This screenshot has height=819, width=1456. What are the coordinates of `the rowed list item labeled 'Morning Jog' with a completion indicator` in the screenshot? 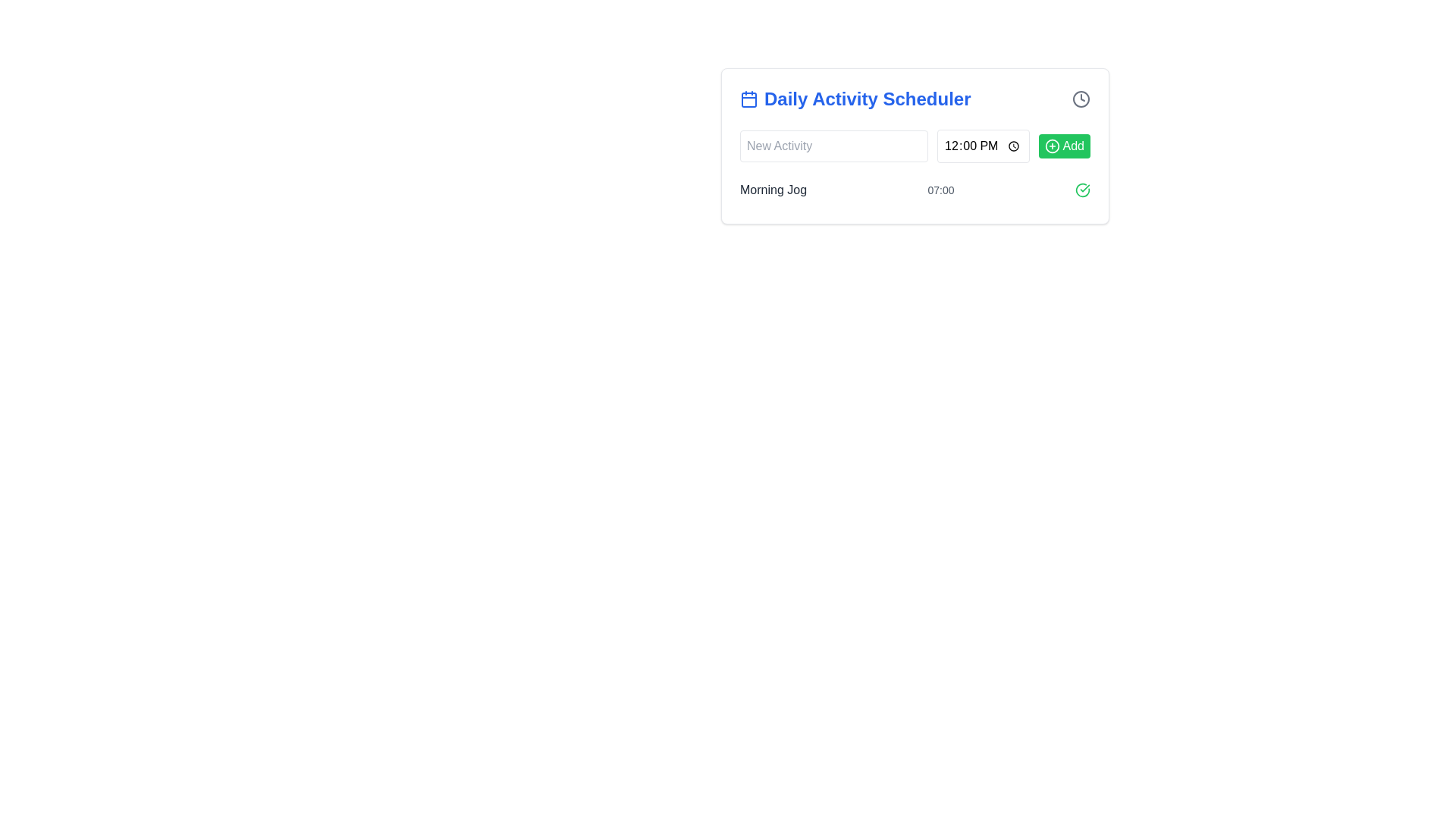 It's located at (914, 189).